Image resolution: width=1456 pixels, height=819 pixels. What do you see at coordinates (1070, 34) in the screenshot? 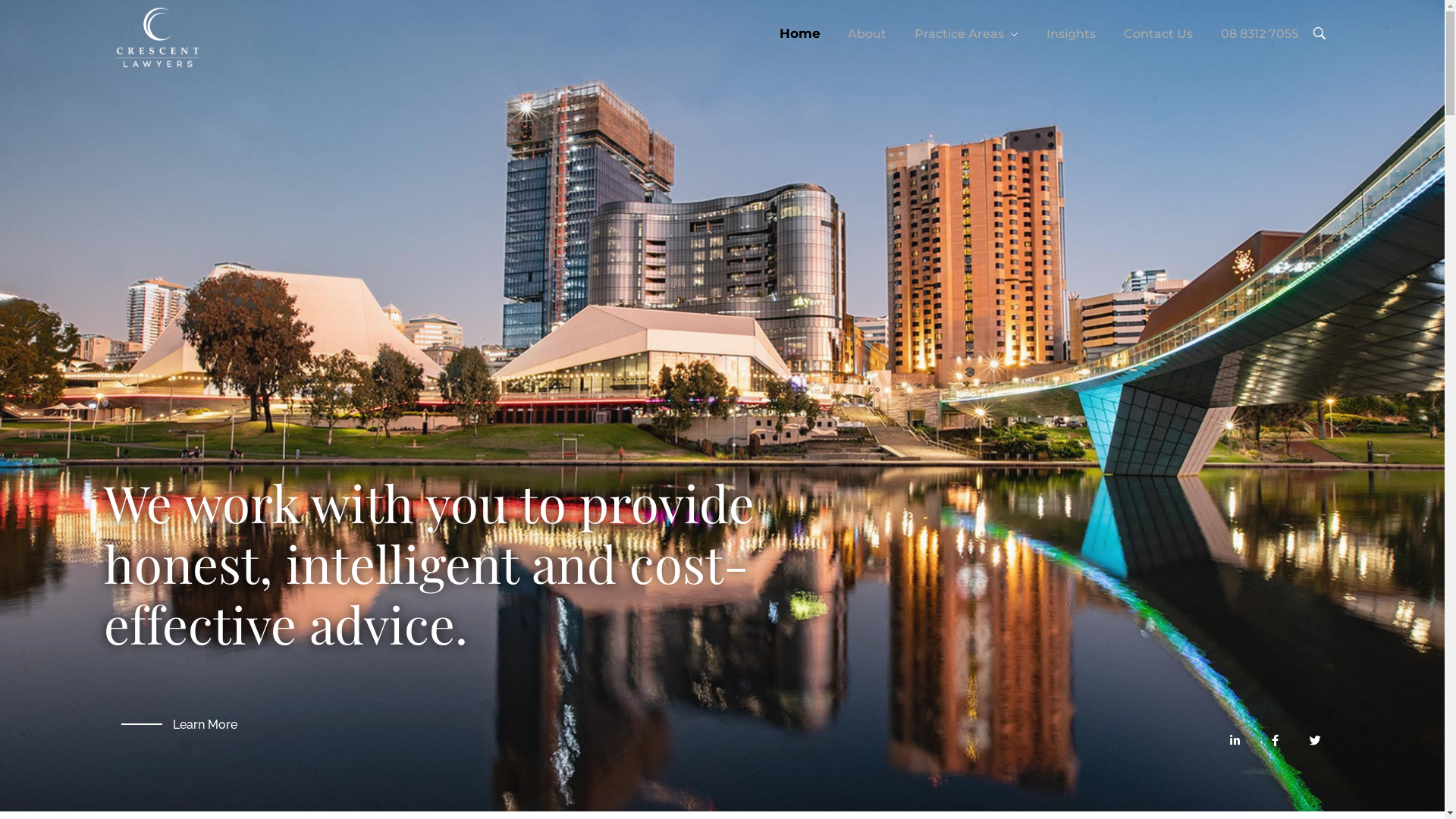
I see `'Insights'` at bounding box center [1070, 34].